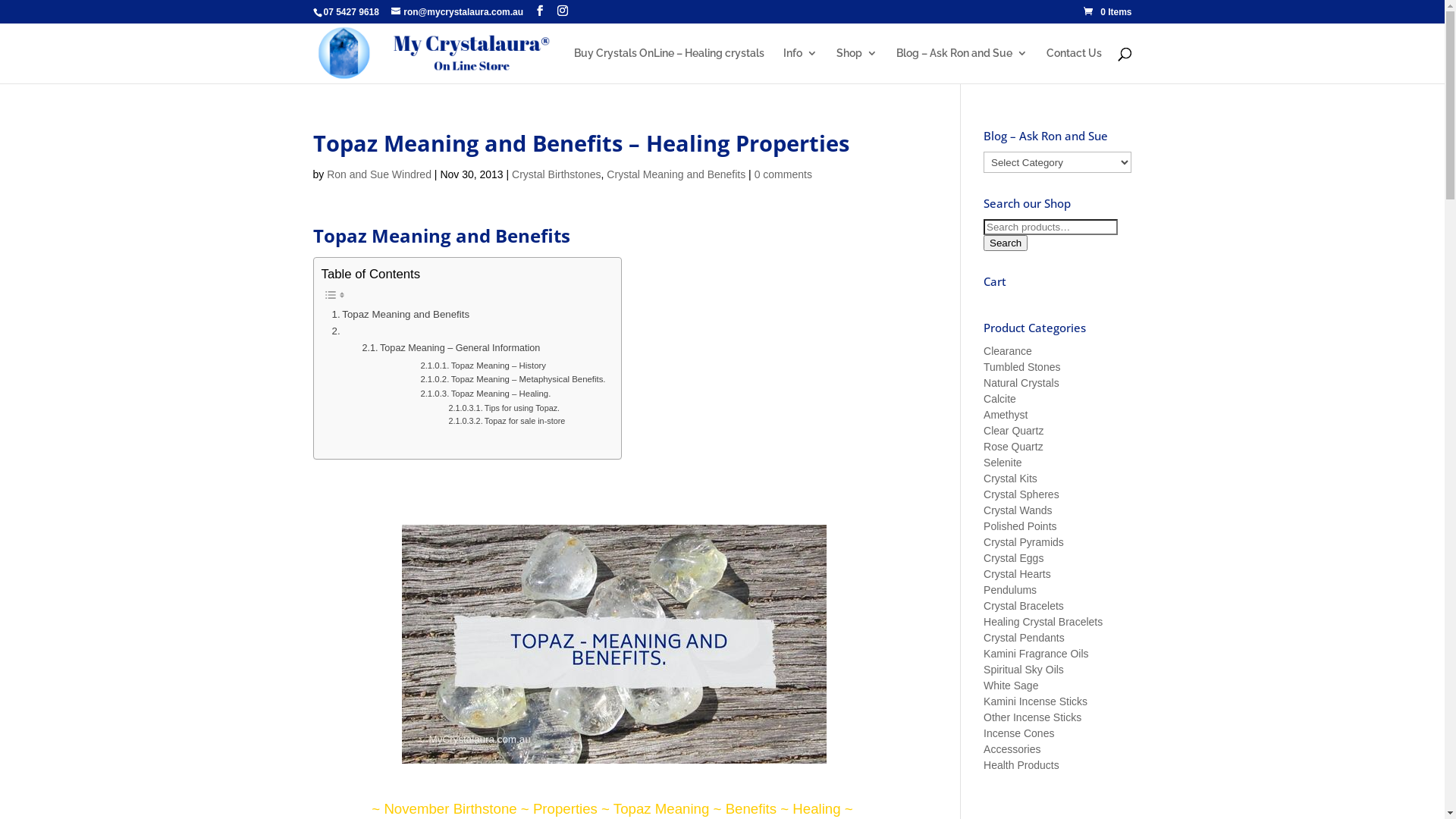 The width and height of the screenshot is (1456, 819). What do you see at coordinates (855, 64) in the screenshot?
I see `'Shop'` at bounding box center [855, 64].